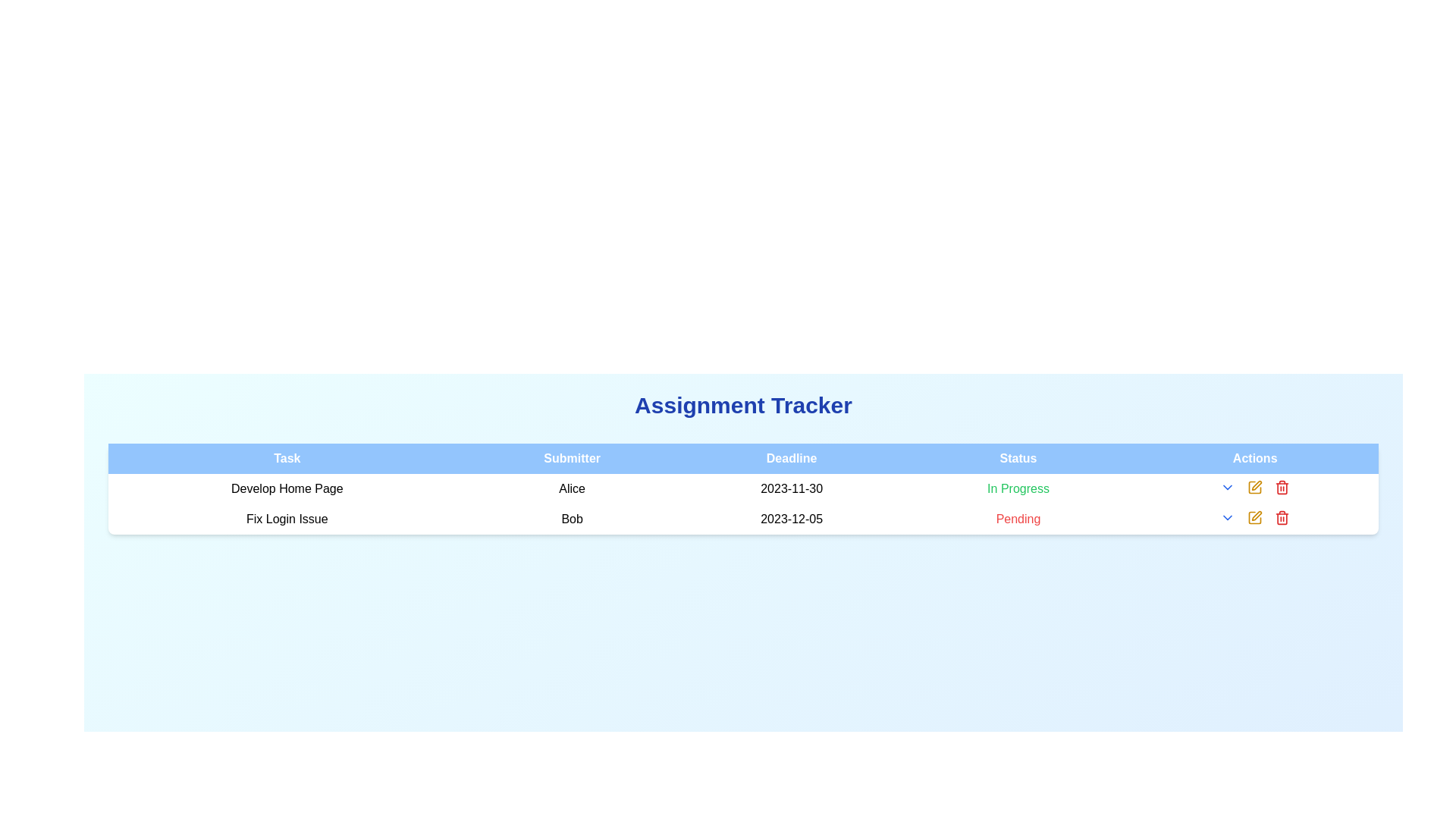 The height and width of the screenshot is (819, 1456). Describe the element at coordinates (1257, 485) in the screenshot. I see `the edit icon` at that location.